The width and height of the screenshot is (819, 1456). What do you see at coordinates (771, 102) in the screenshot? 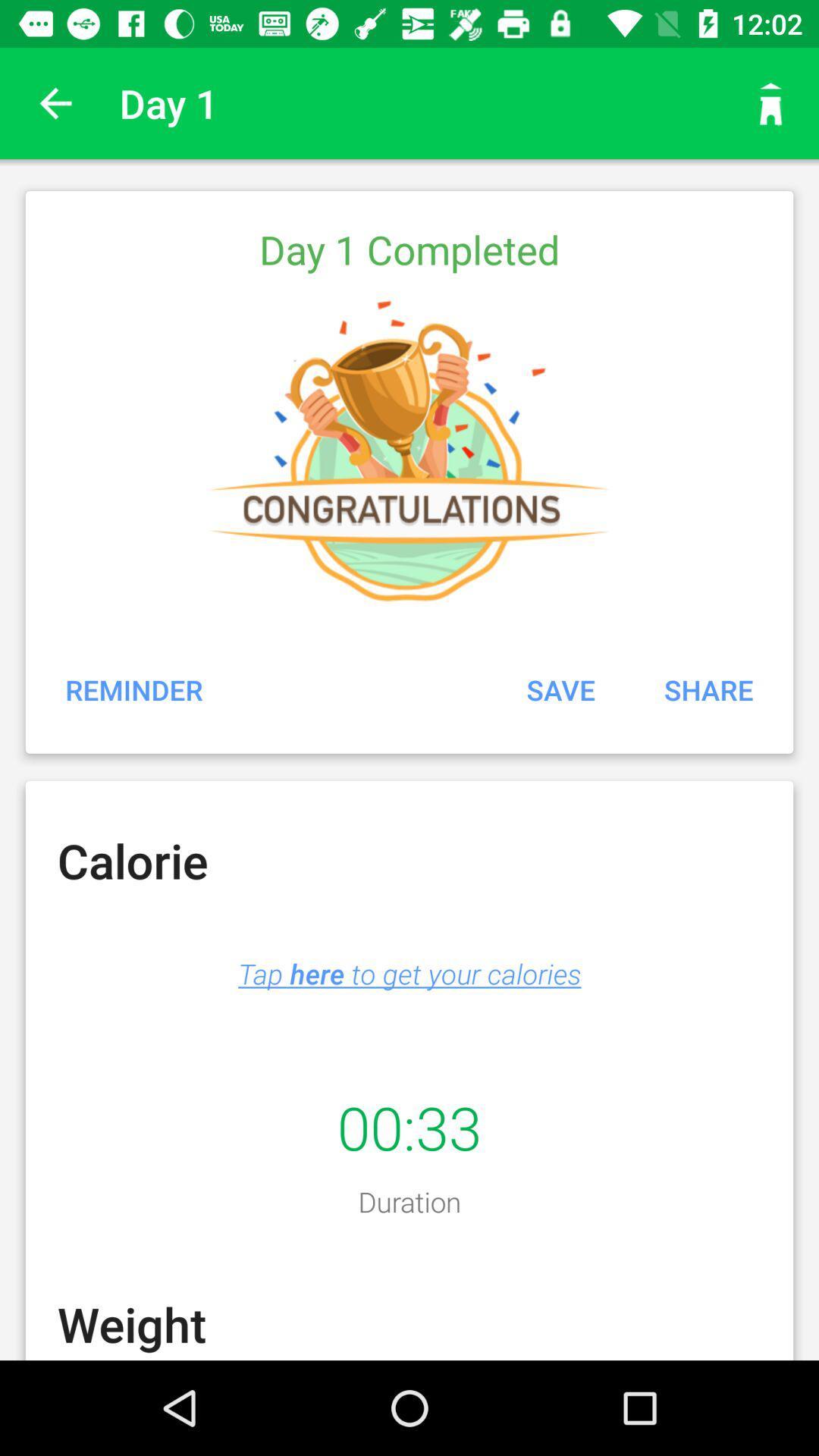
I see `go home` at bounding box center [771, 102].